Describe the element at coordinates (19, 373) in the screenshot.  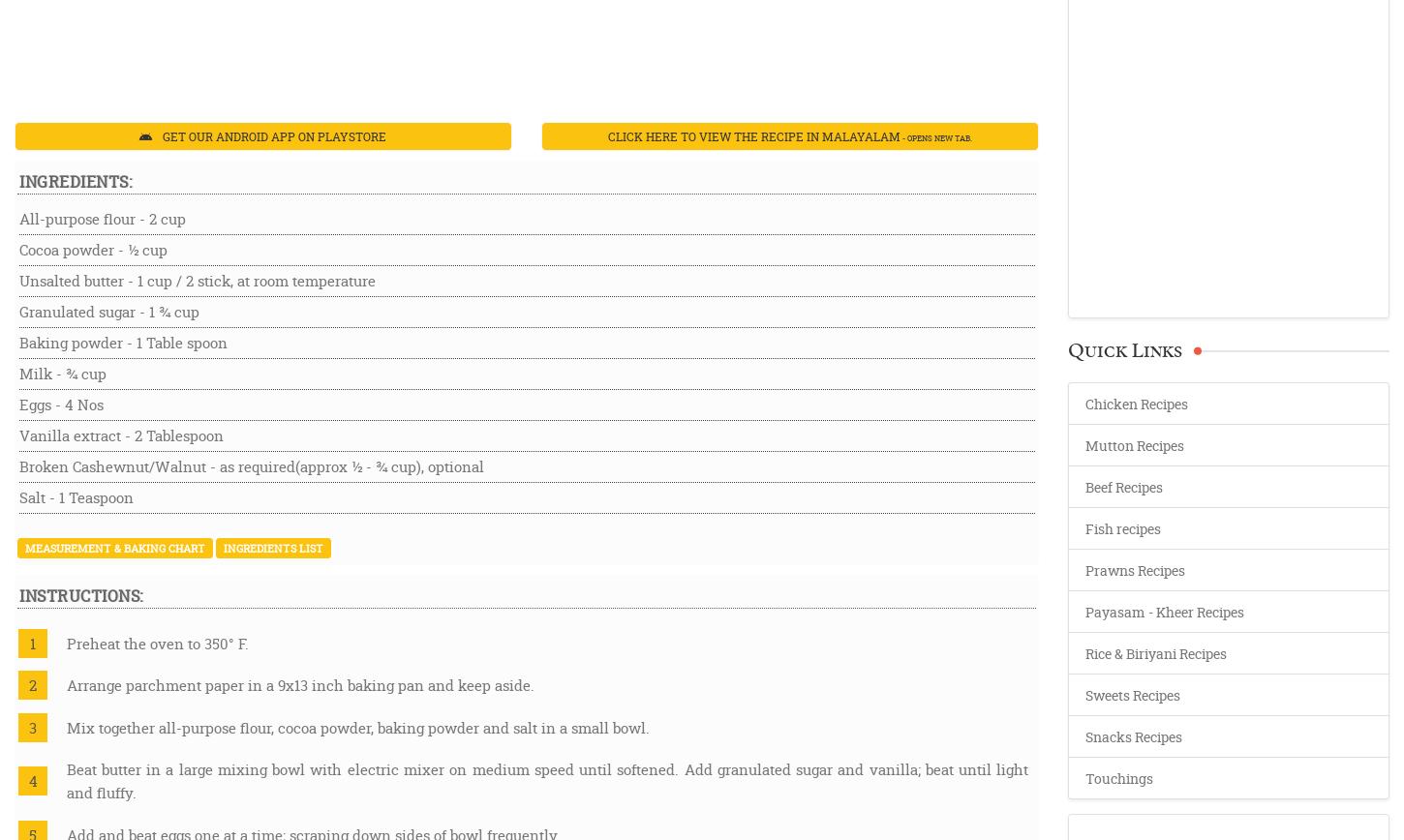
I see `'Milk - ¾ cup'` at that location.